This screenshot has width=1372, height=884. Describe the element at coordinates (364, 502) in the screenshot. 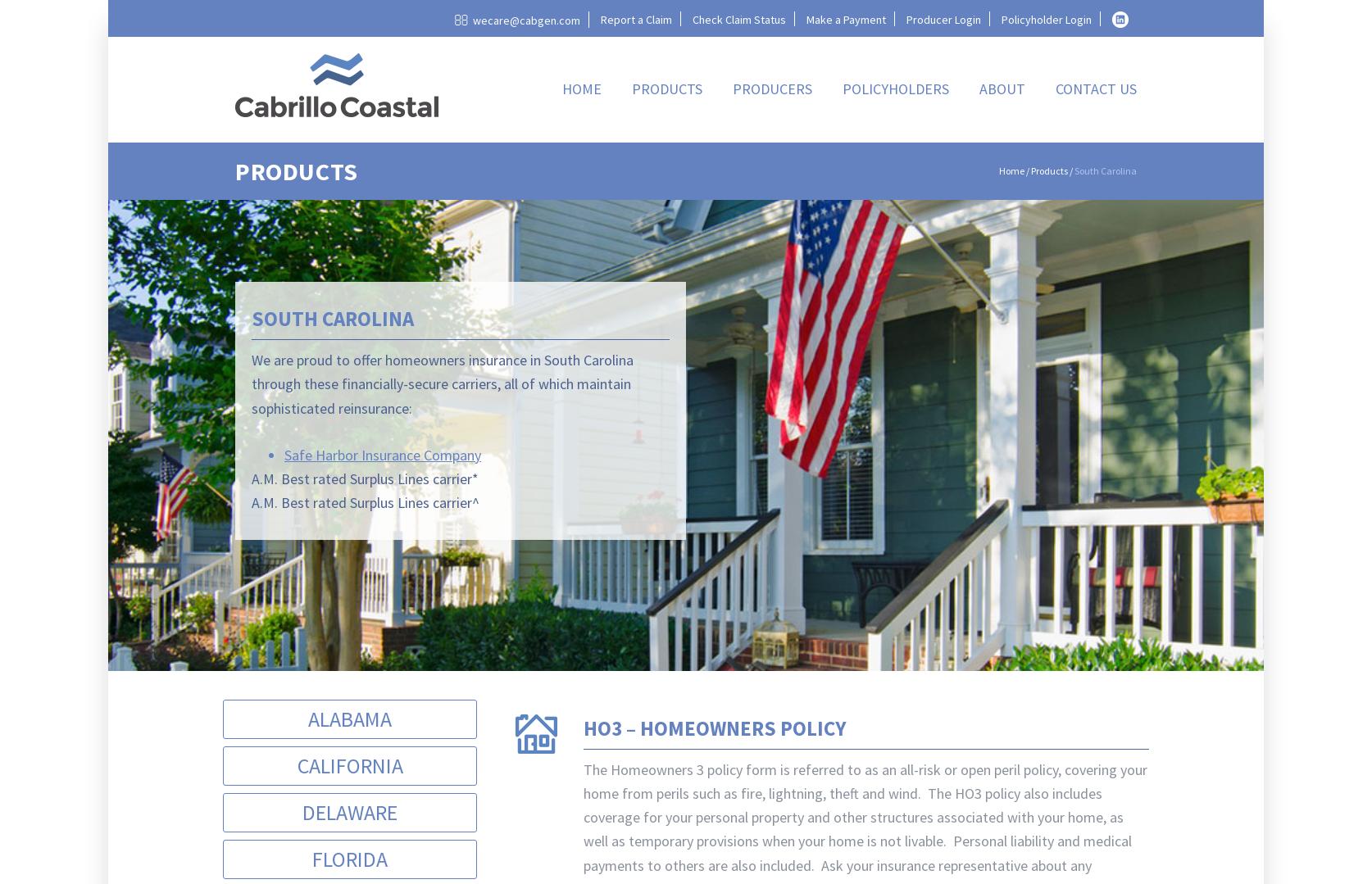

I see `'A.M. Best rated Surplus Lines carrier^'` at that location.